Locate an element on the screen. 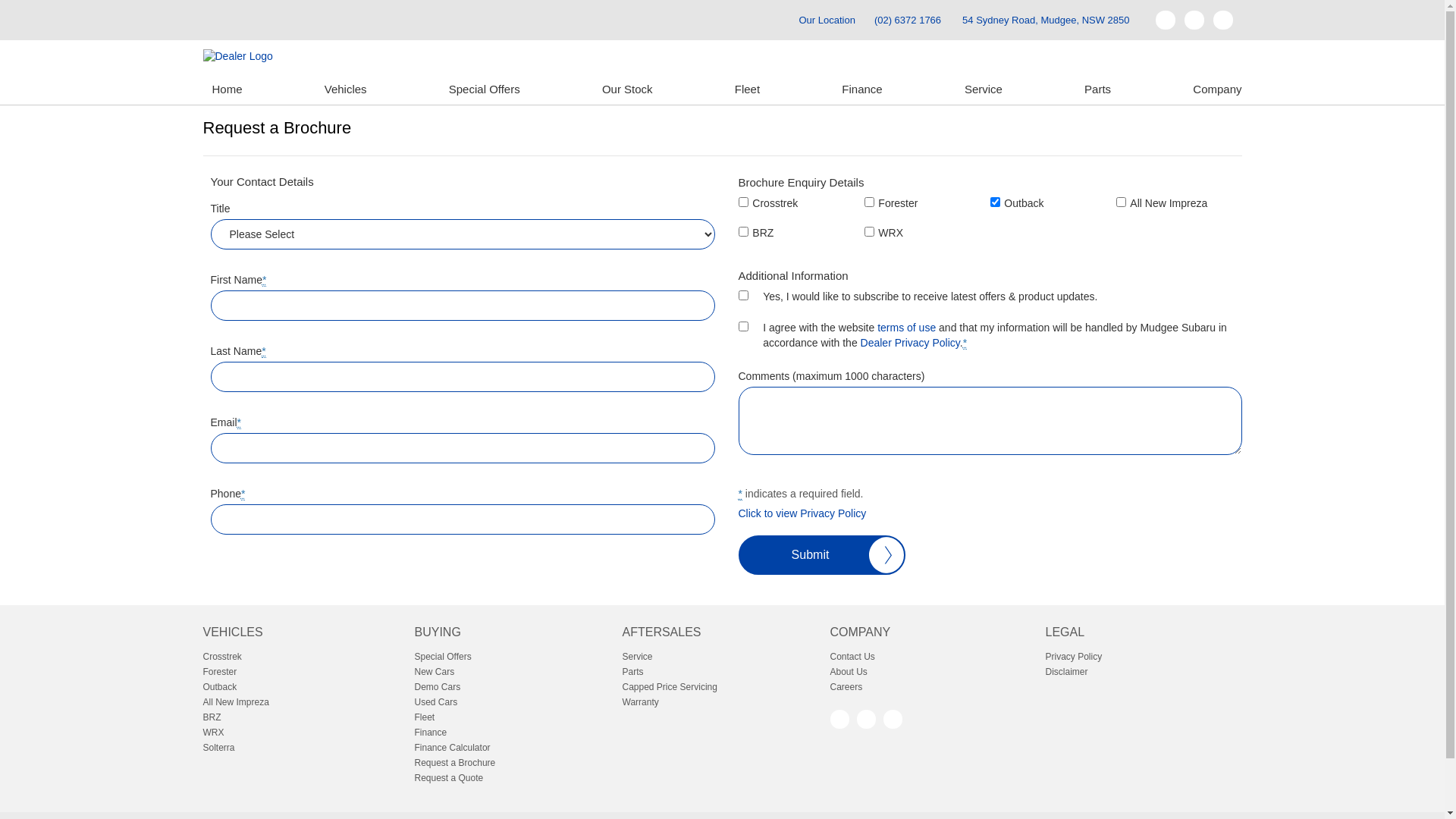  'New Cars' is located at coordinates (414, 671).